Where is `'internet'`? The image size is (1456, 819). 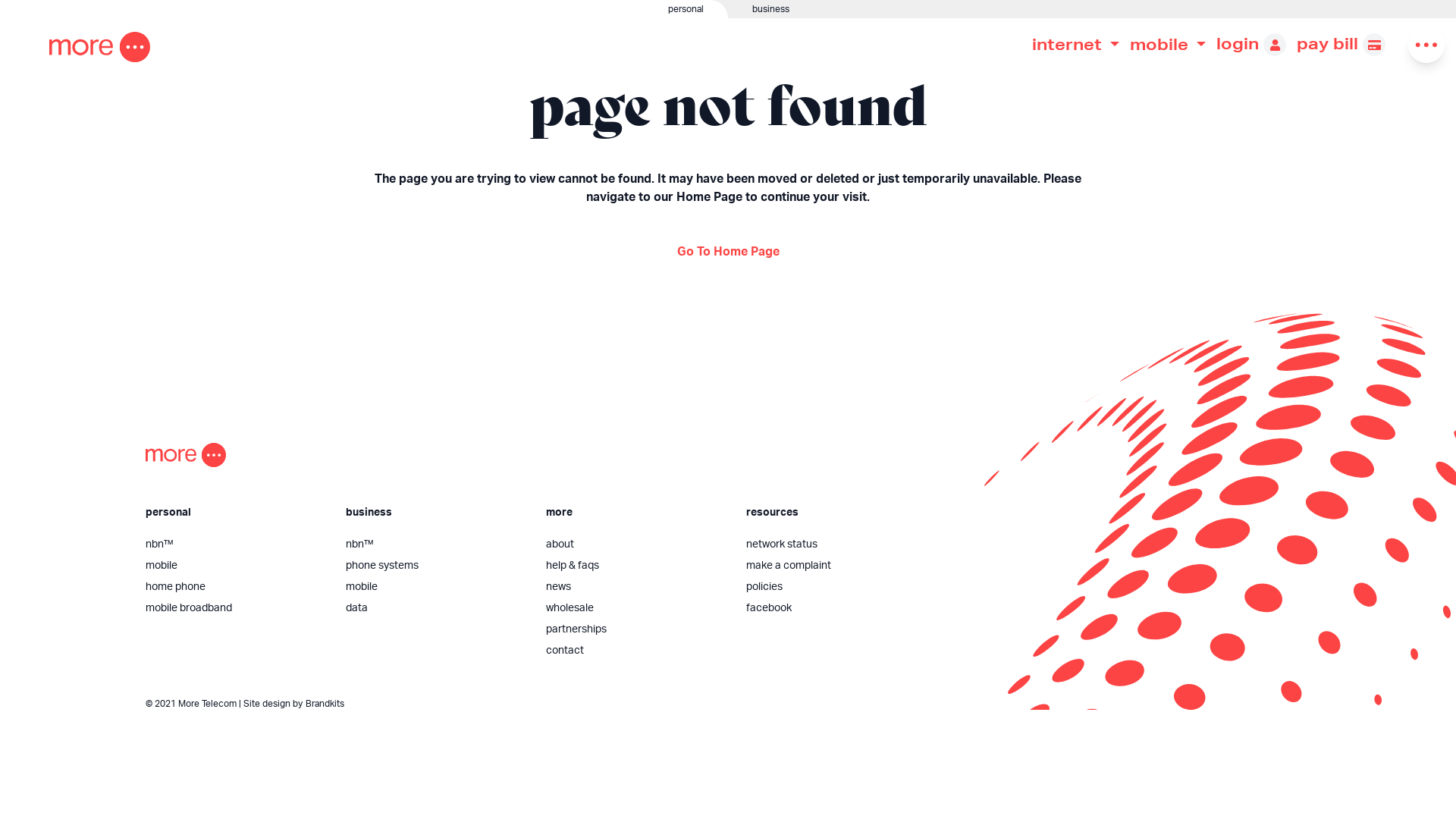 'internet' is located at coordinates (1075, 43).